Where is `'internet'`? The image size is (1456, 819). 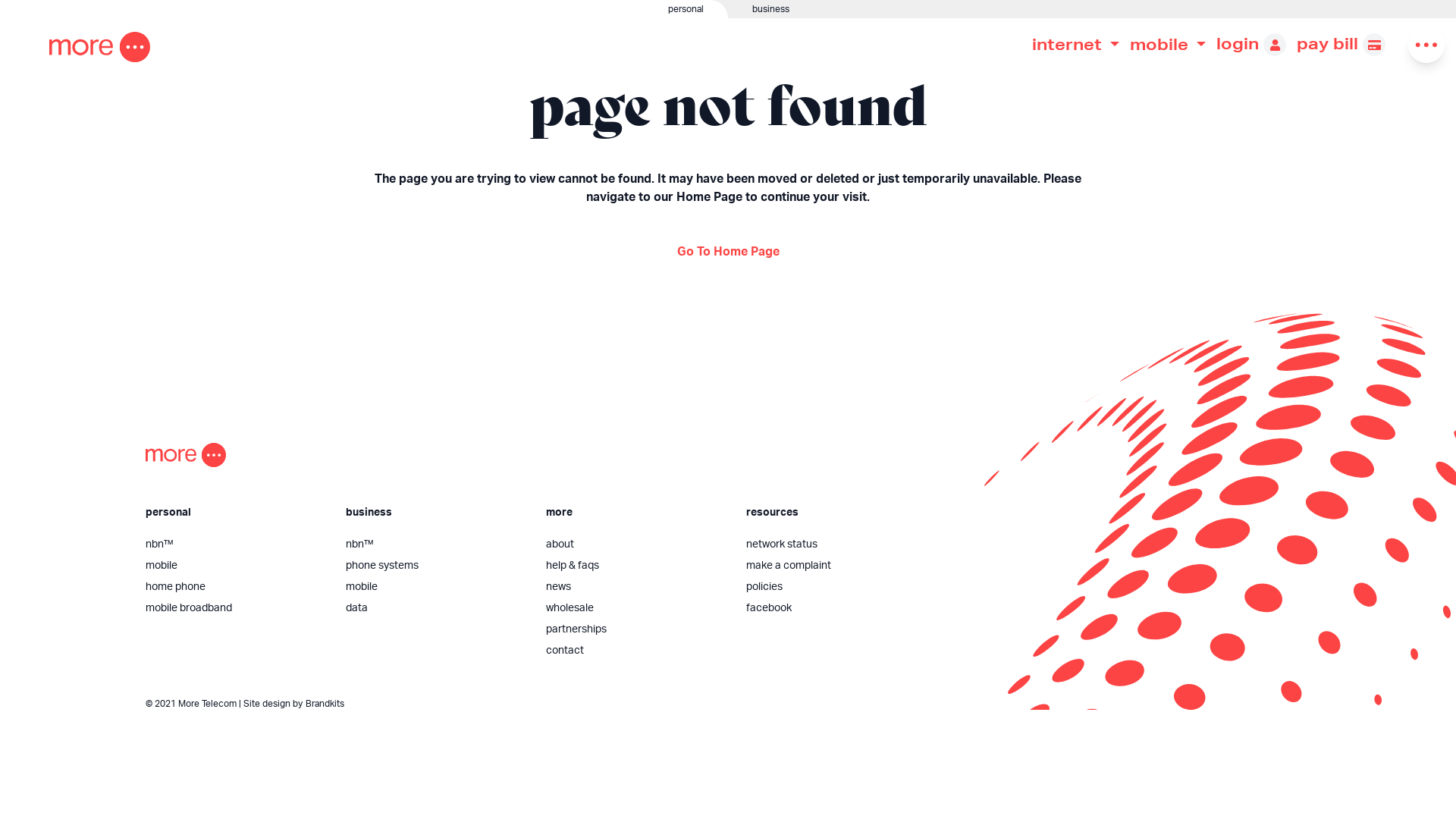 'internet' is located at coordinates (1075, 43).